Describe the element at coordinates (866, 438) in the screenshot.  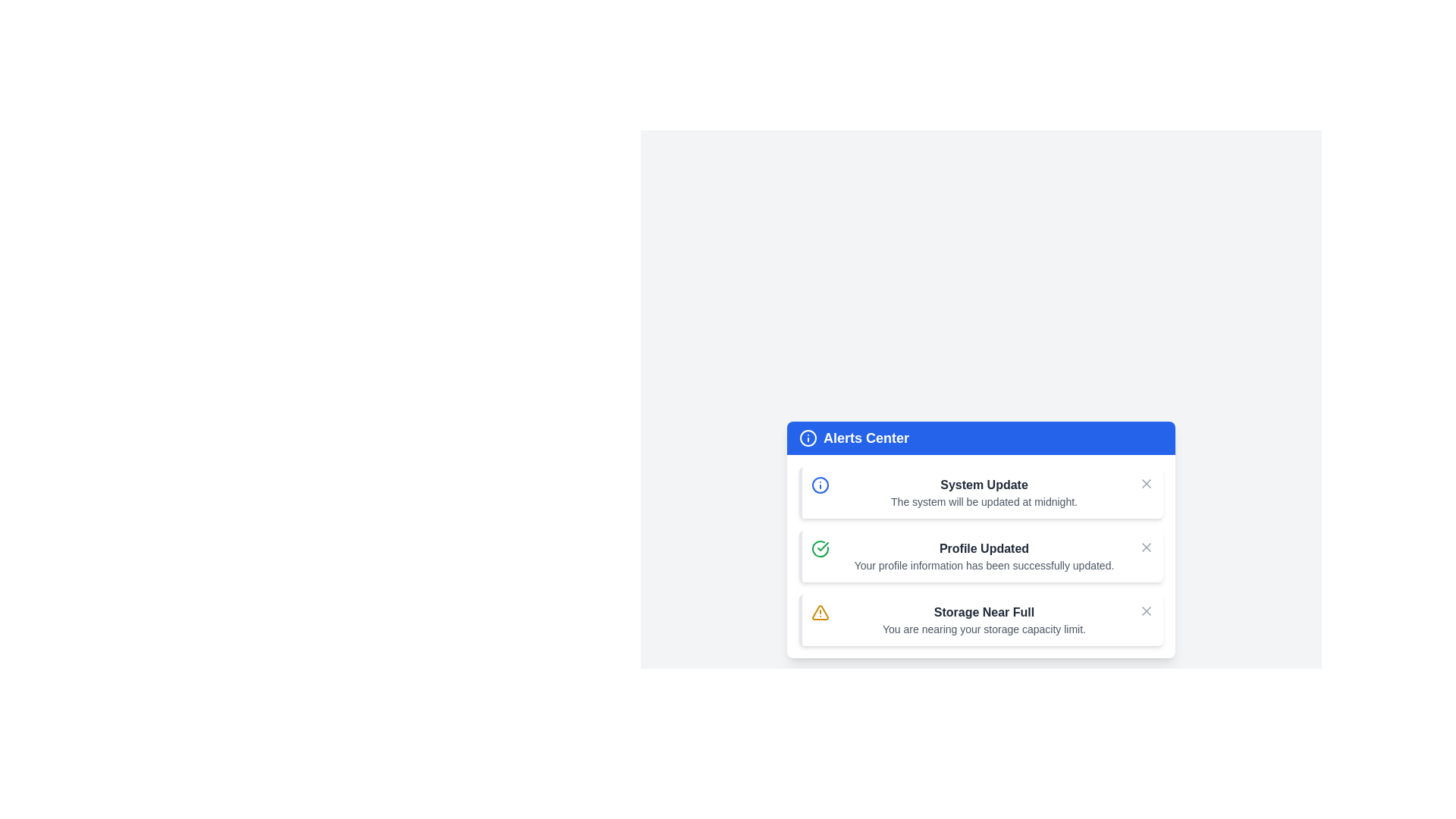
I see `the text label at the top of the alerts panel, which serves as the title or header for this section, indicating its purpose to the user` at that location.